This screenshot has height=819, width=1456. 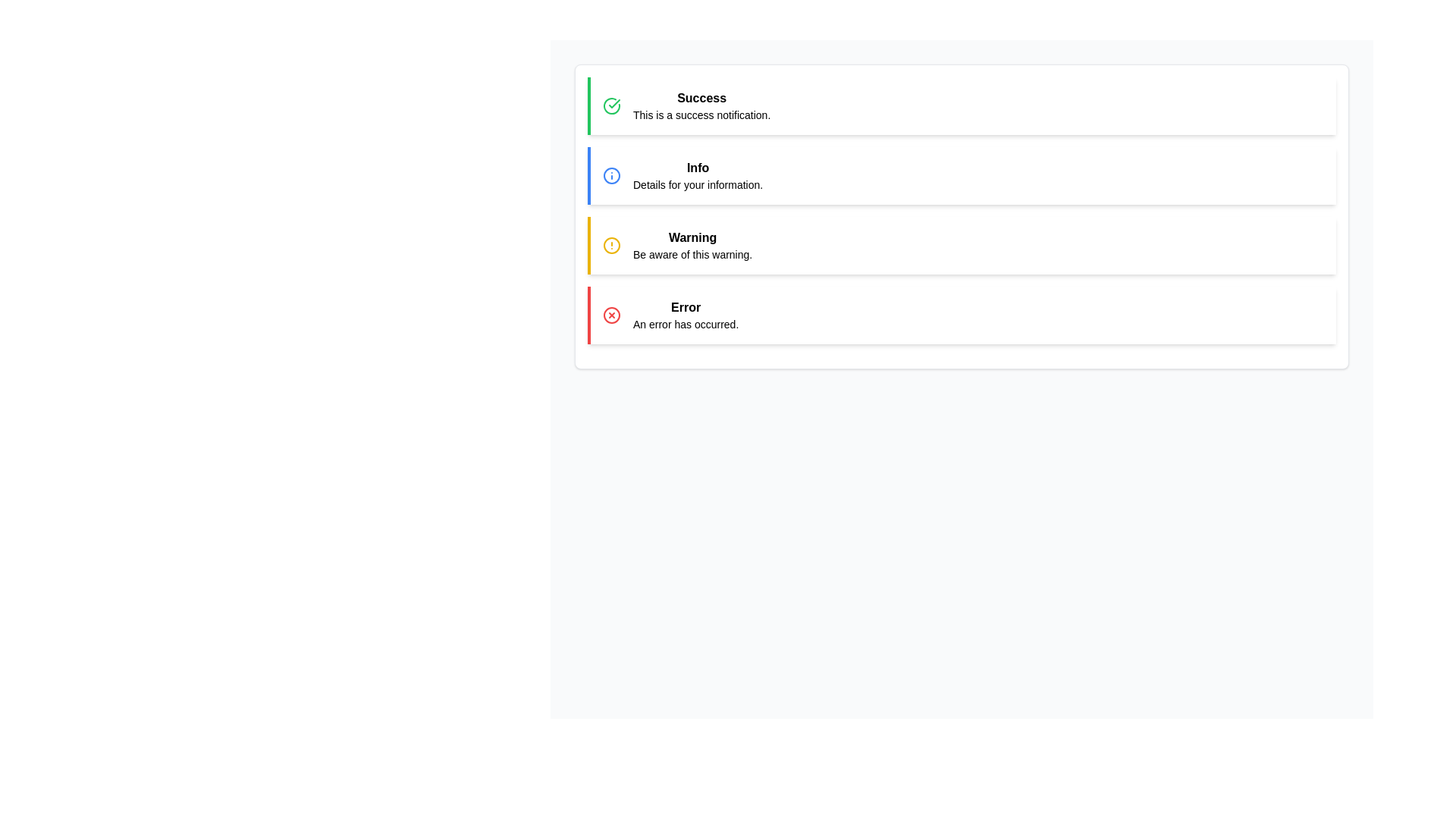 What do you see at coordinates (611, 174) in the screenshot?
I see `the small circular blue-bordered icon with an 'i' inside, located in the second notification card titled 'Info'` at bounding box center [611, 174].